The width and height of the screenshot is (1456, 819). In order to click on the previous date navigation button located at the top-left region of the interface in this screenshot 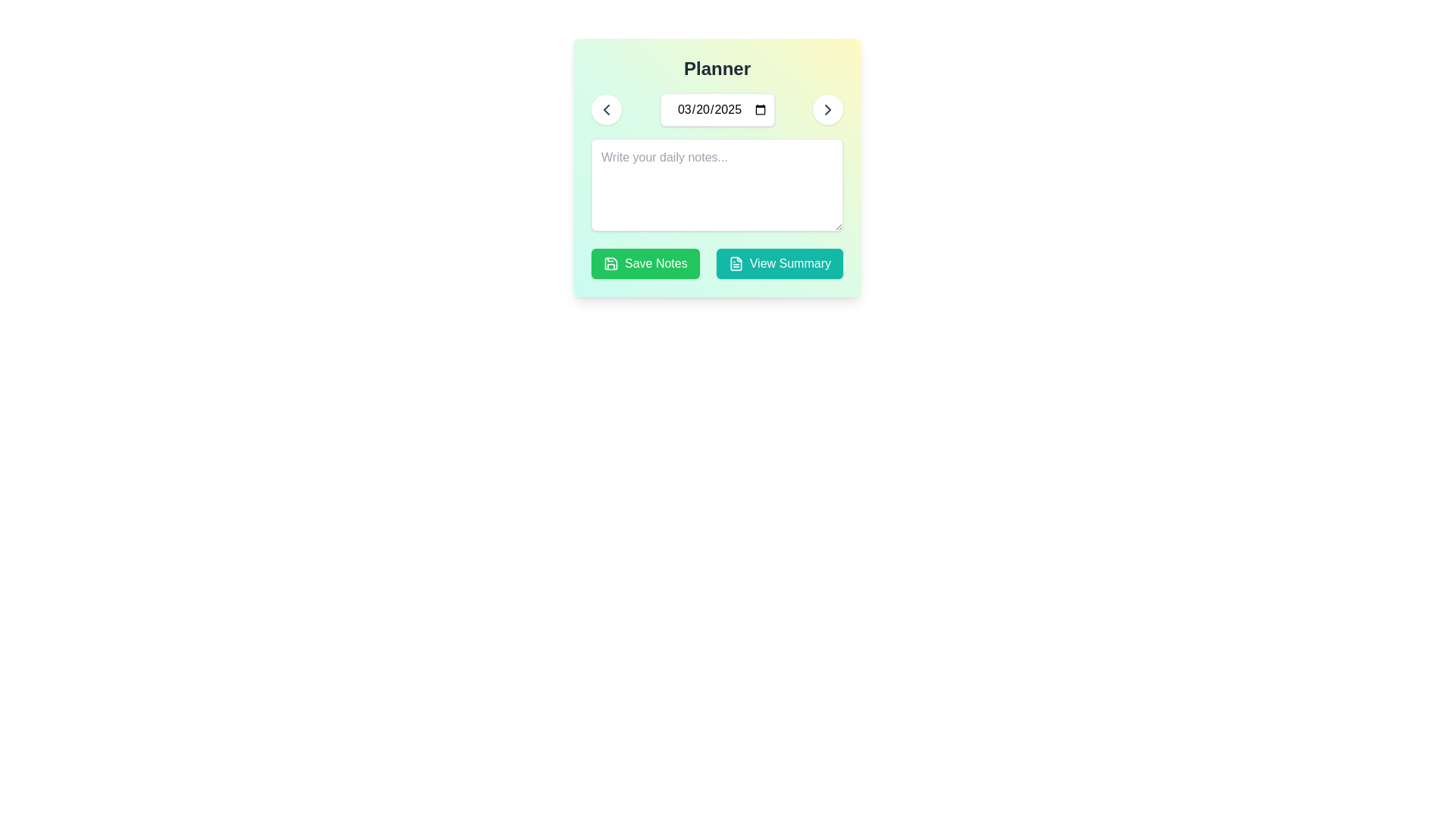, I will do `click(607, 109)`.